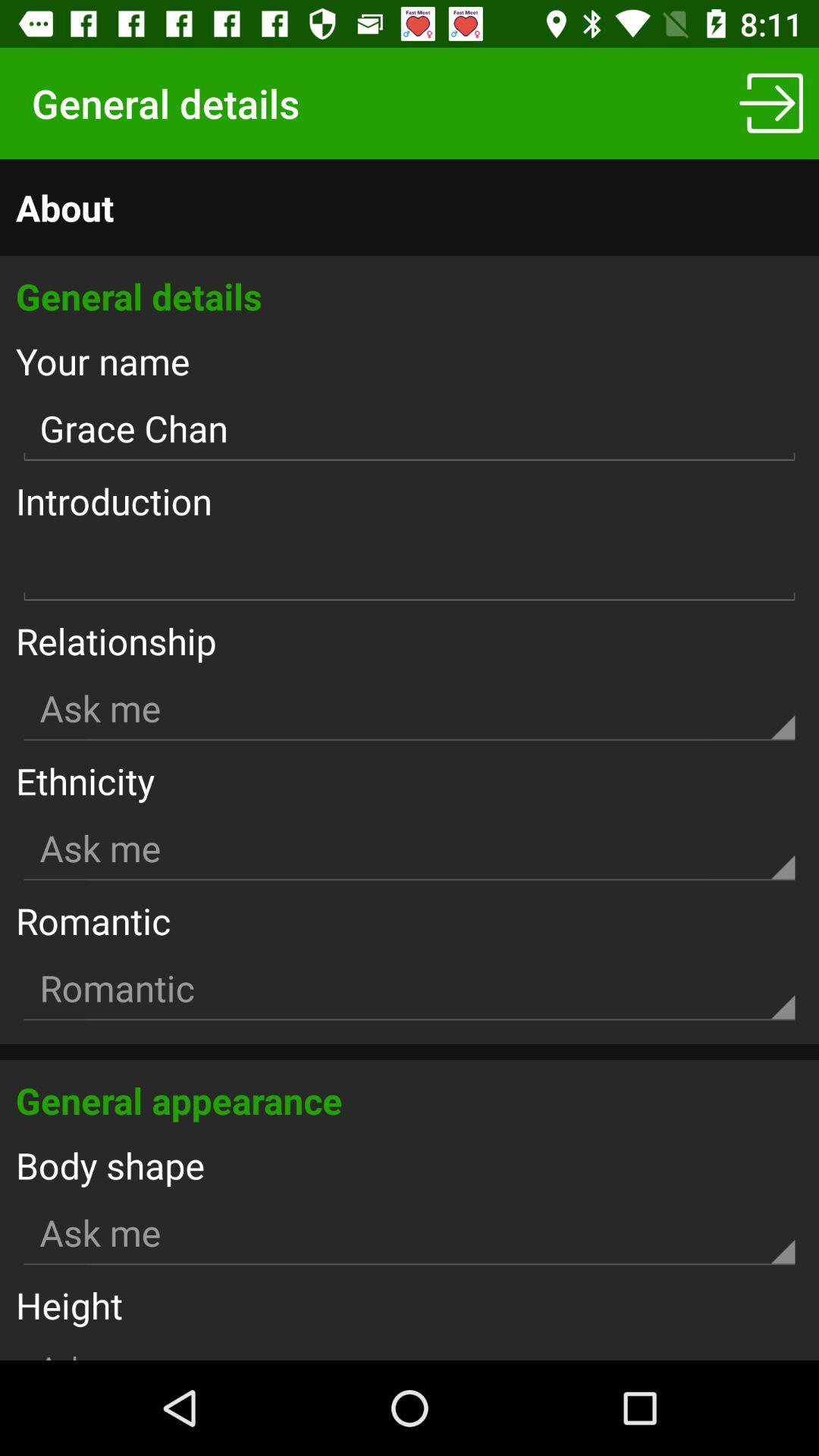 Image resolution: width=819 pixels, height=1456 pixels. Describe the element at coordinates (409, 568) in the screenshot. I see `text writing box` at that location.